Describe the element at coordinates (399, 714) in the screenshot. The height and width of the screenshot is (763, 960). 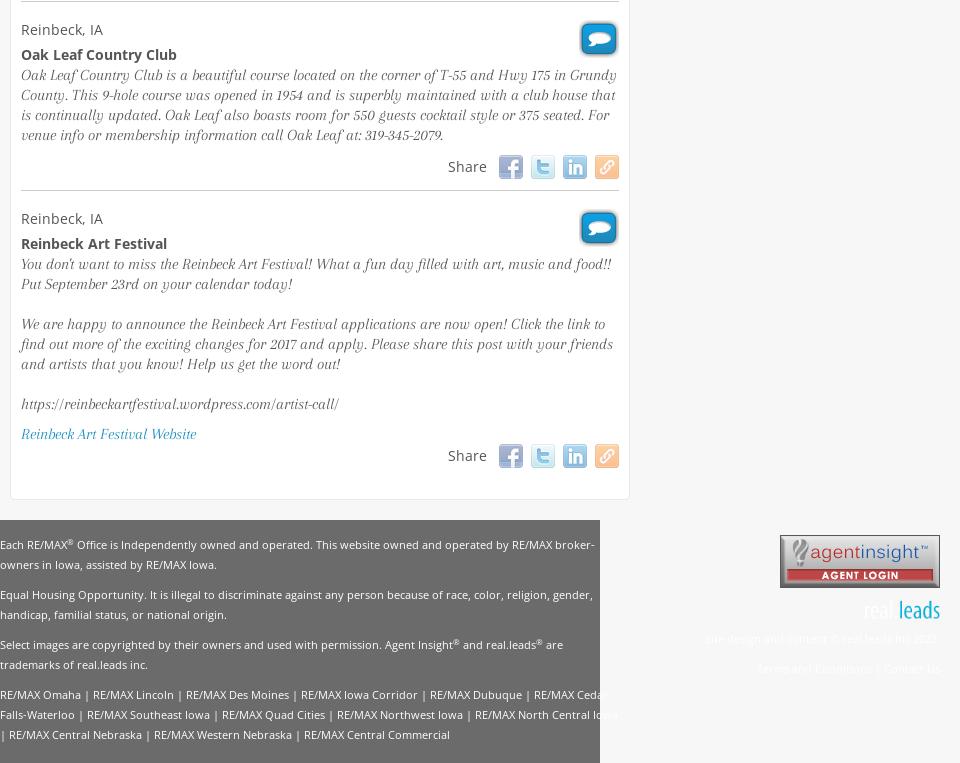
I see `'RE/MAX Northwest Iowa'` at that location.